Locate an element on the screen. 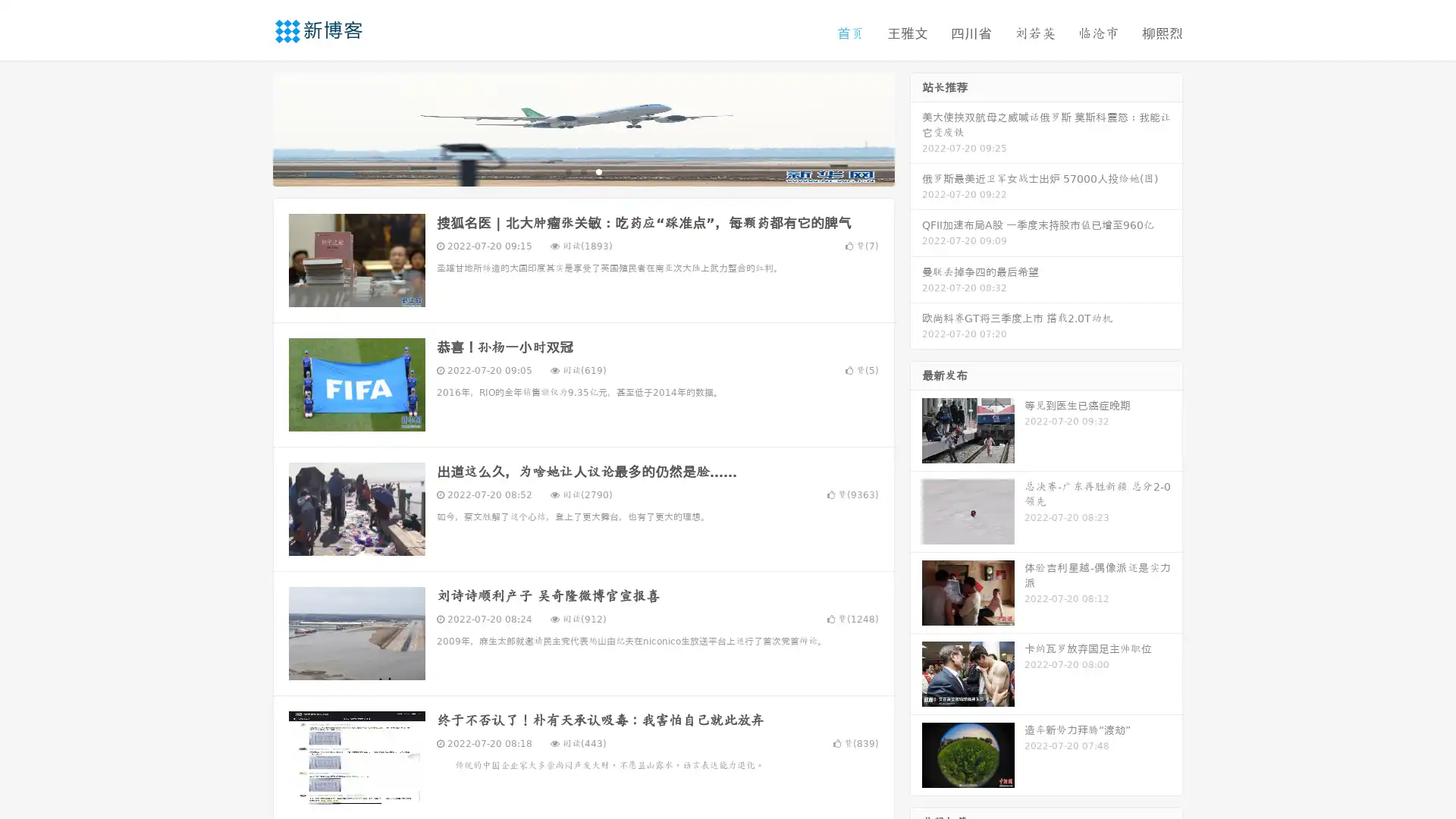 The height and width of the screenshot is (819, 1456). Next slide is located at coordinates (916, 127).